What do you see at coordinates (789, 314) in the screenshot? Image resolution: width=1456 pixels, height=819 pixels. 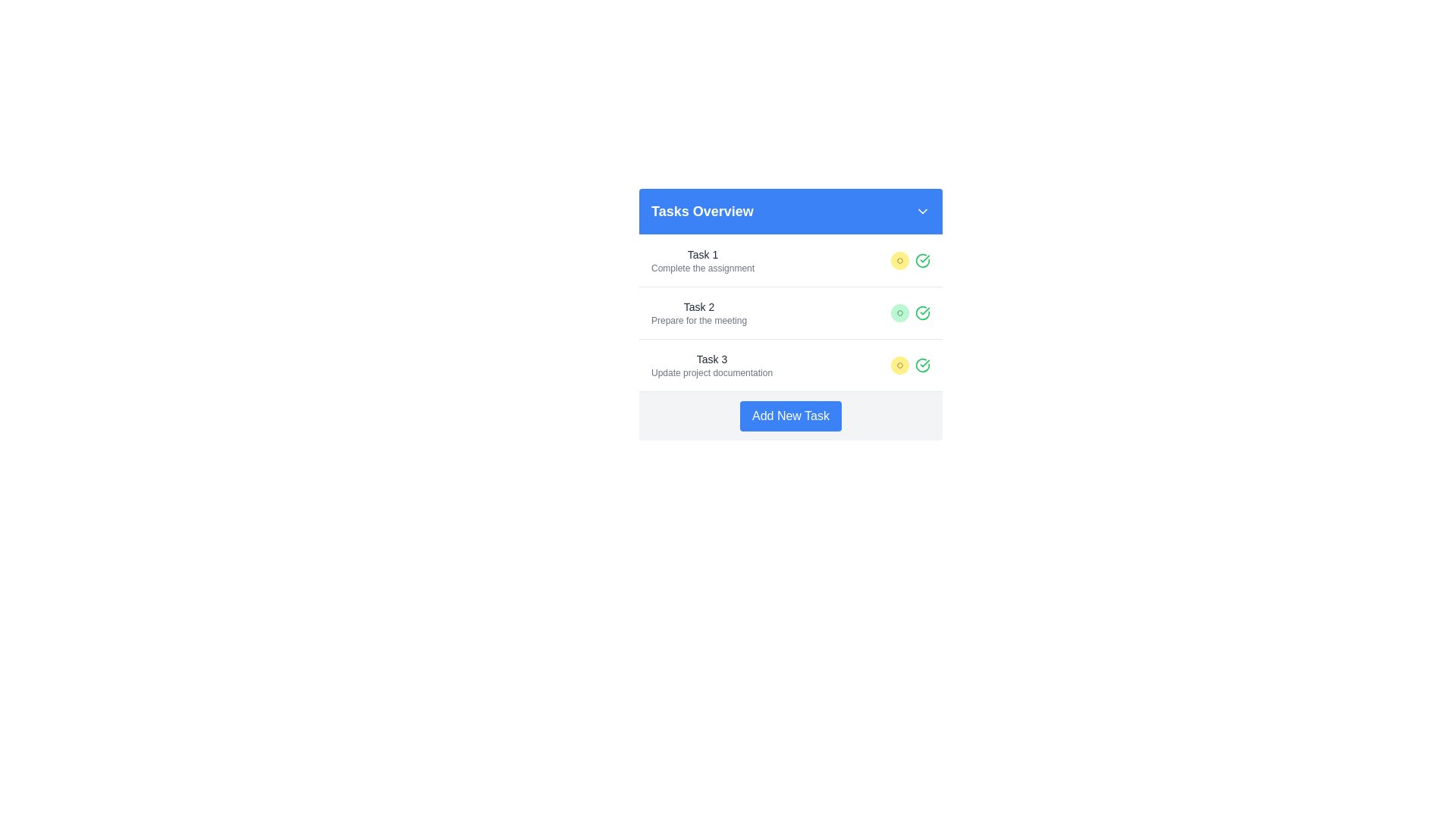 I see `the task entry component for 'Task 2'` at bounding box center [789, 314].